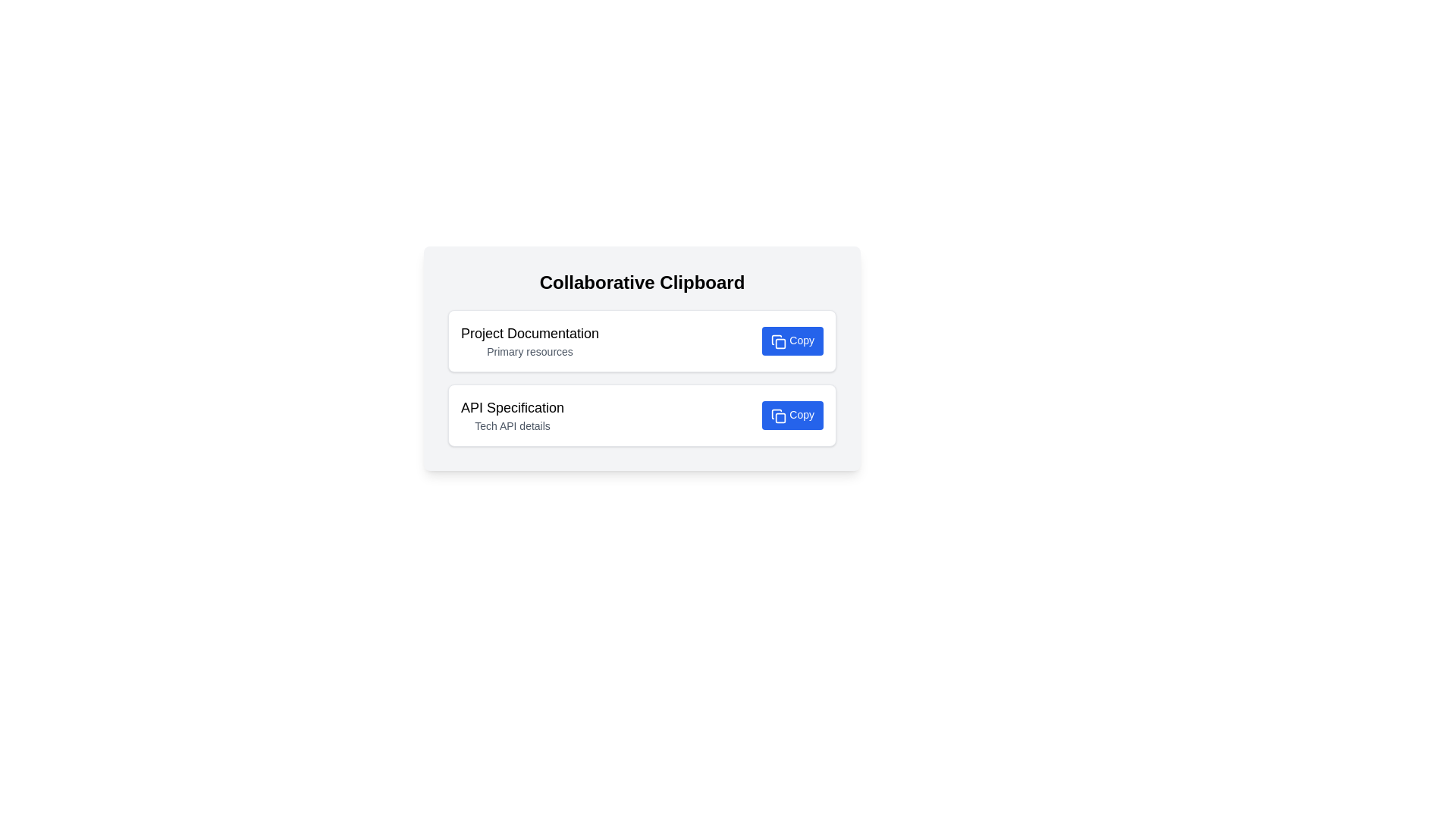 This screenshot has height=819, width=1456. What do you see at coordinates (780, 344) in the screenshot?
I see `the Decorative SVG rectangle located within the blue button next to the 'API Specification' text` at bounding box center [780, 344].